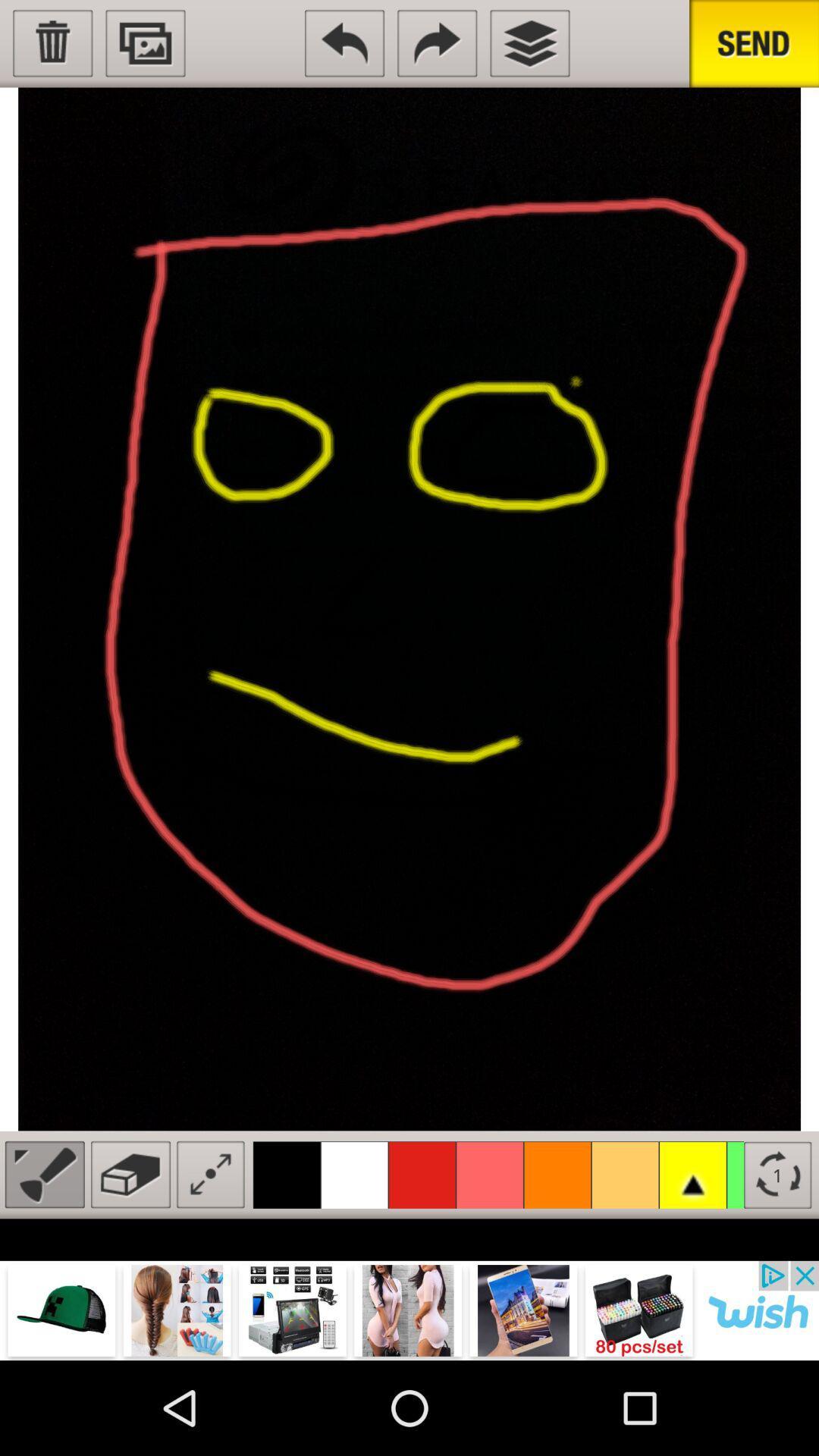 This screenshot has height=1456, width=819. What do you see at coordinates (210, 1174) in the screenshot?
I see `expand image button` at bounding box center [210, 1174].